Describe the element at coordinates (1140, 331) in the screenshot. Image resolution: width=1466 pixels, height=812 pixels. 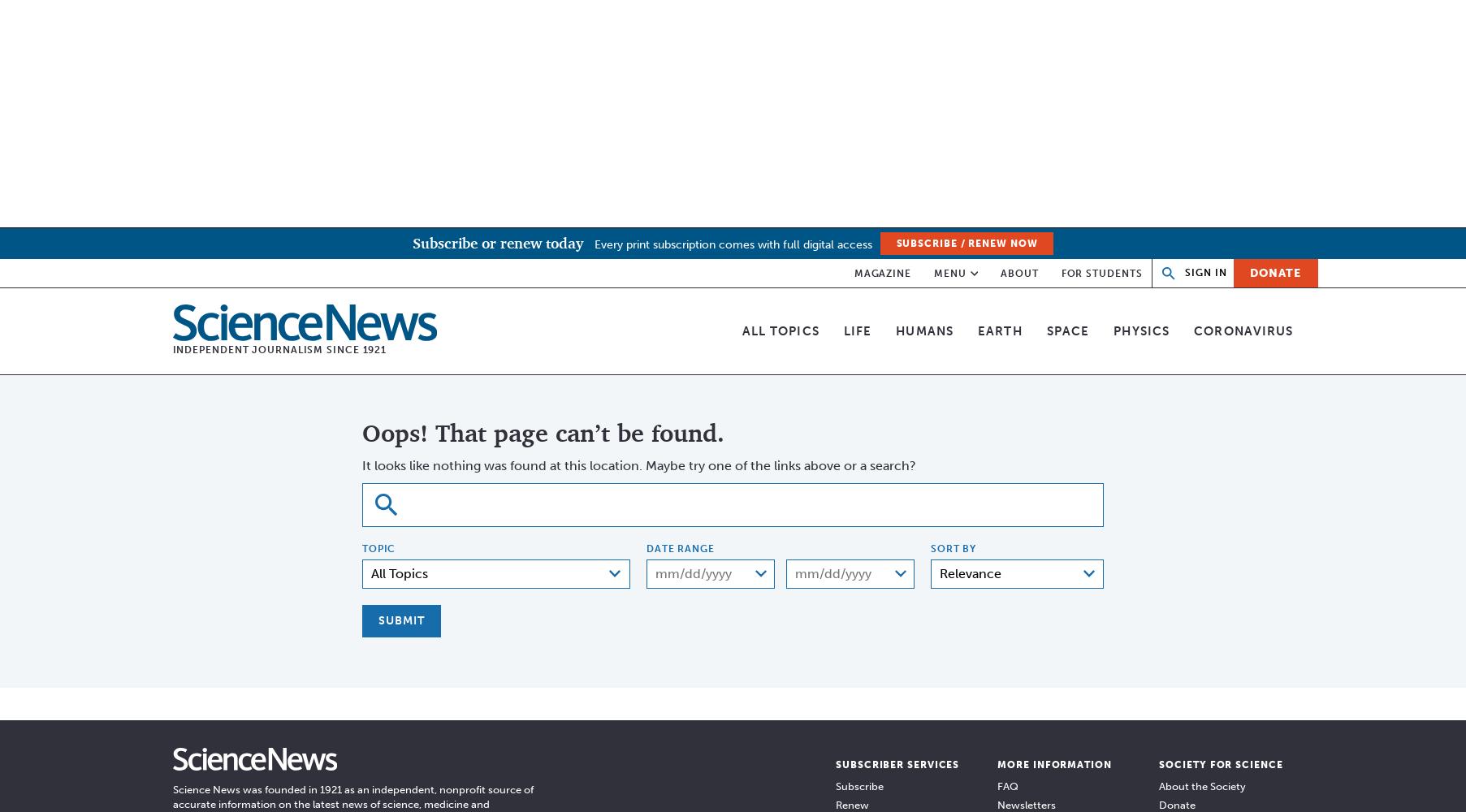
I see `'Physics'` at that location.